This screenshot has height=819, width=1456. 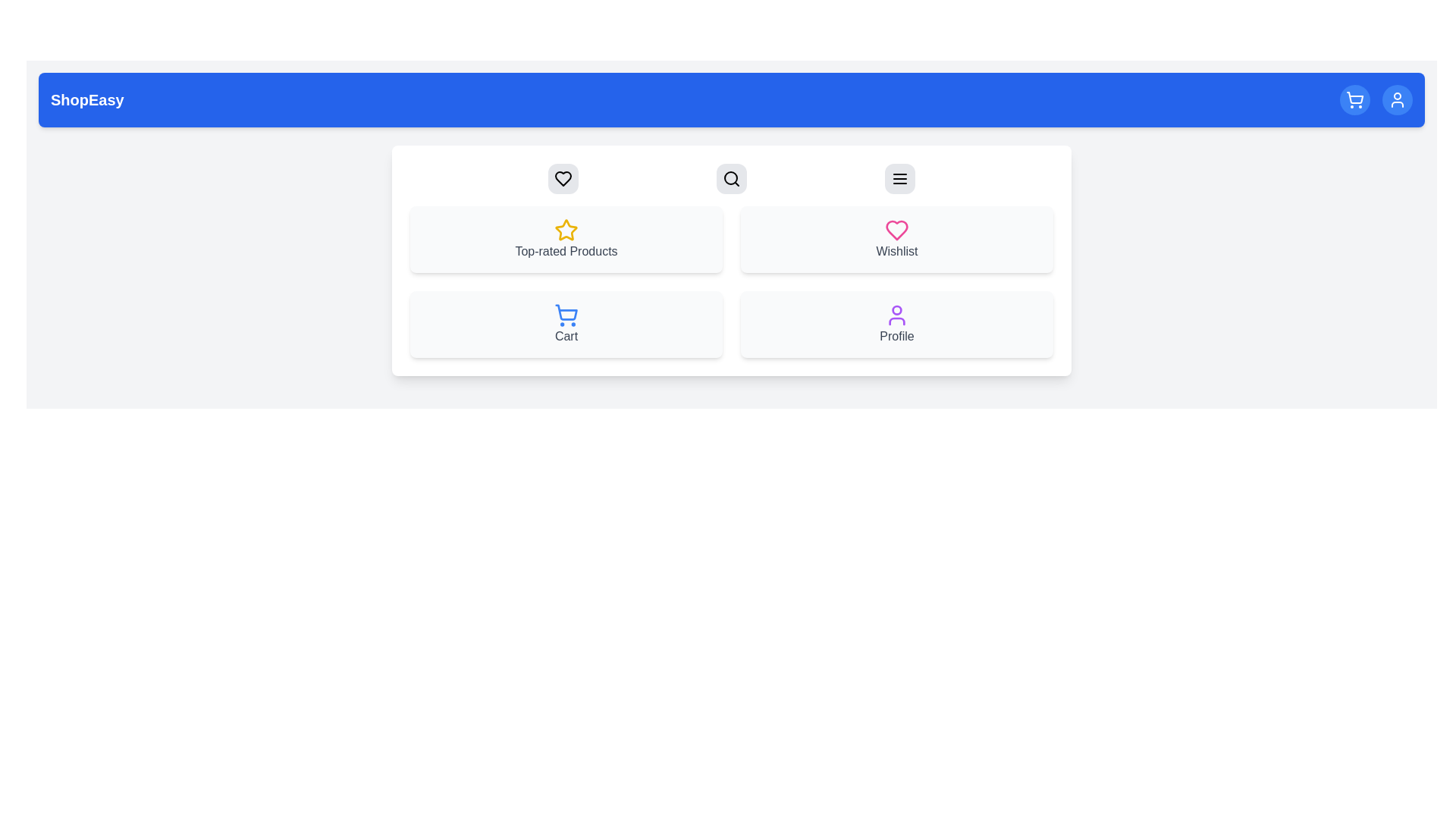 I want to click on the heart icon representing the 'Wishlist' functionality, which is the third button in the top row of the grid layout, to trigger a tooltip or highlight effect, so click(x=563, y=177).